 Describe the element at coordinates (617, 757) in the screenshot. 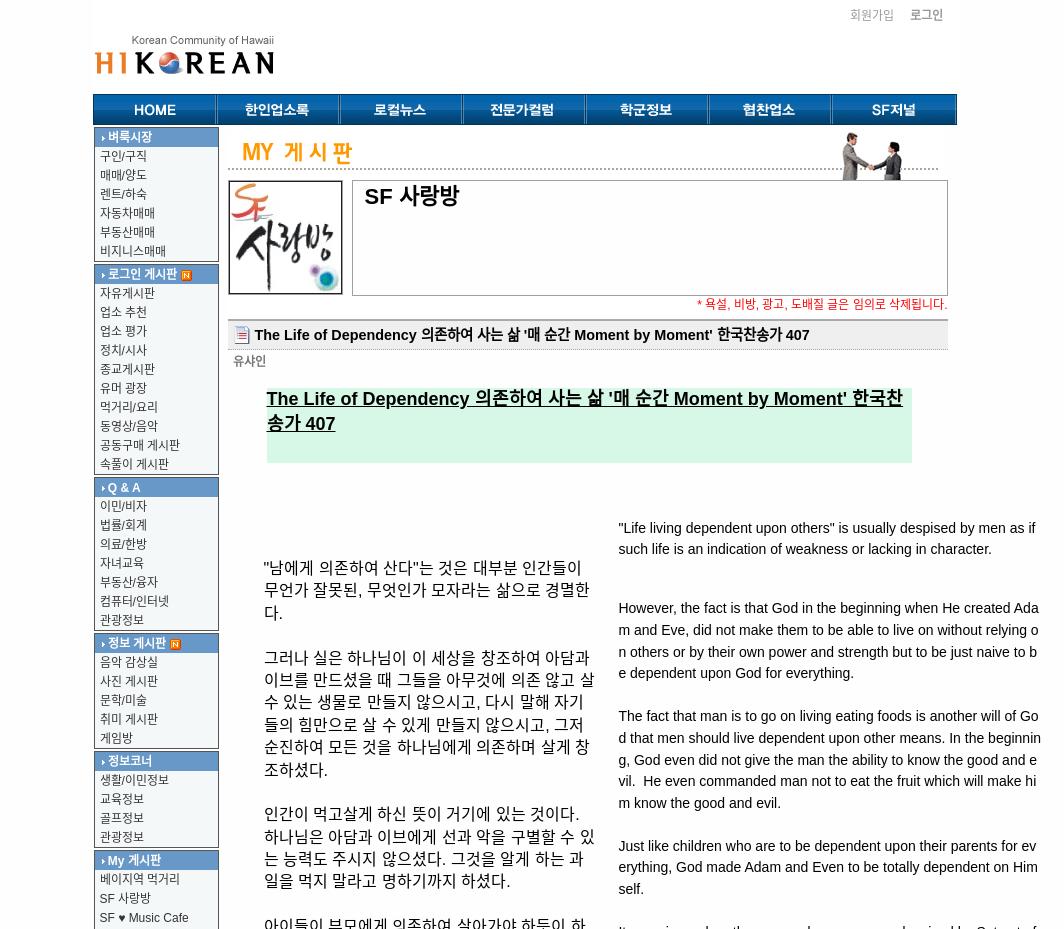

I see `'The fact that man is to go on living eating foods is another will of God 		that men should live dependent upon other means. In the beginning, God even did not give the man the ability to know the good and evil.  He even commanded man not 		to eat the fruit which will make him know the good and evil.'` at that location.